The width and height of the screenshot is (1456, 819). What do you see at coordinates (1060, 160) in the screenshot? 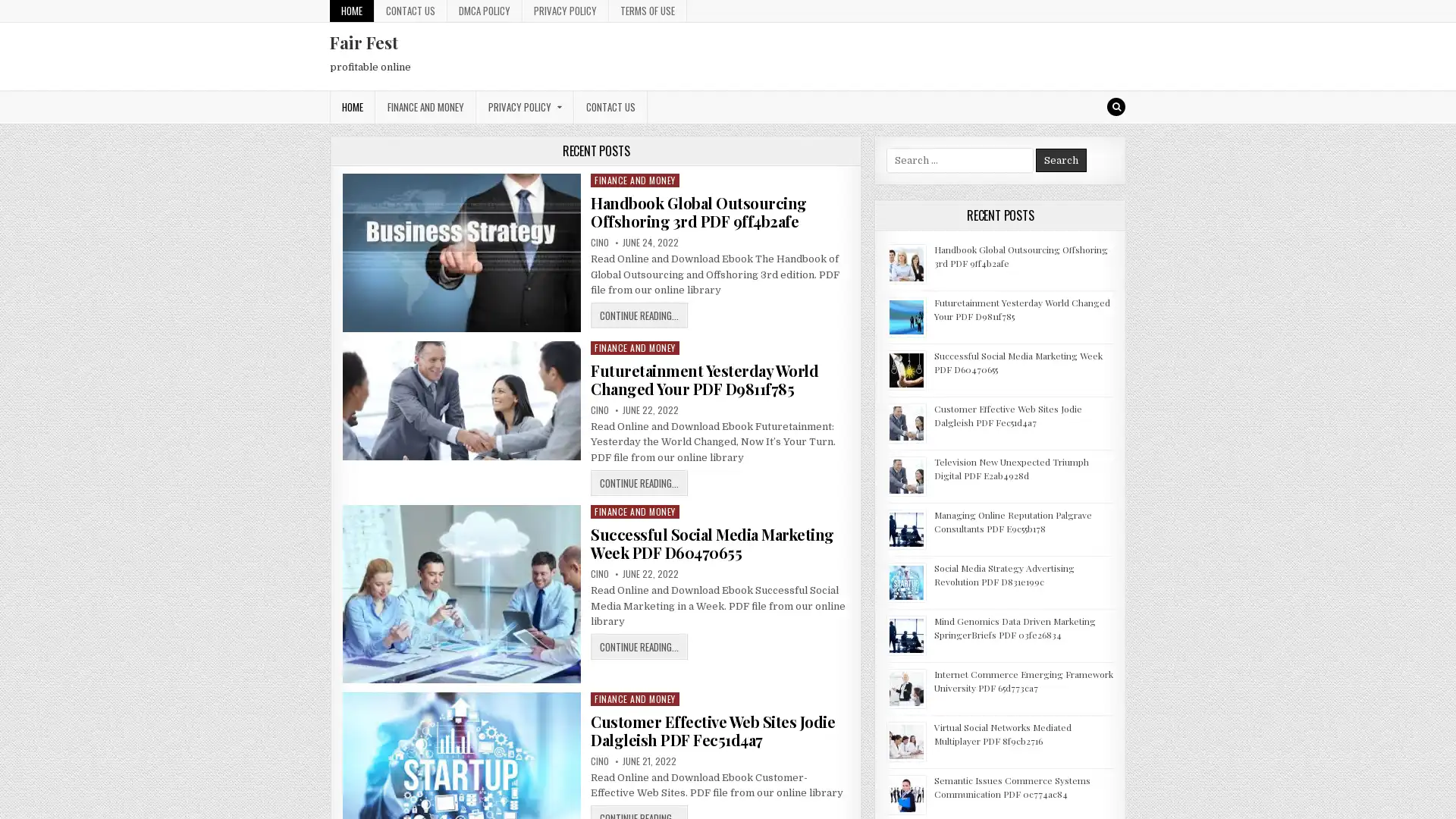
I see `Search` at bounding box center [1060, 160].